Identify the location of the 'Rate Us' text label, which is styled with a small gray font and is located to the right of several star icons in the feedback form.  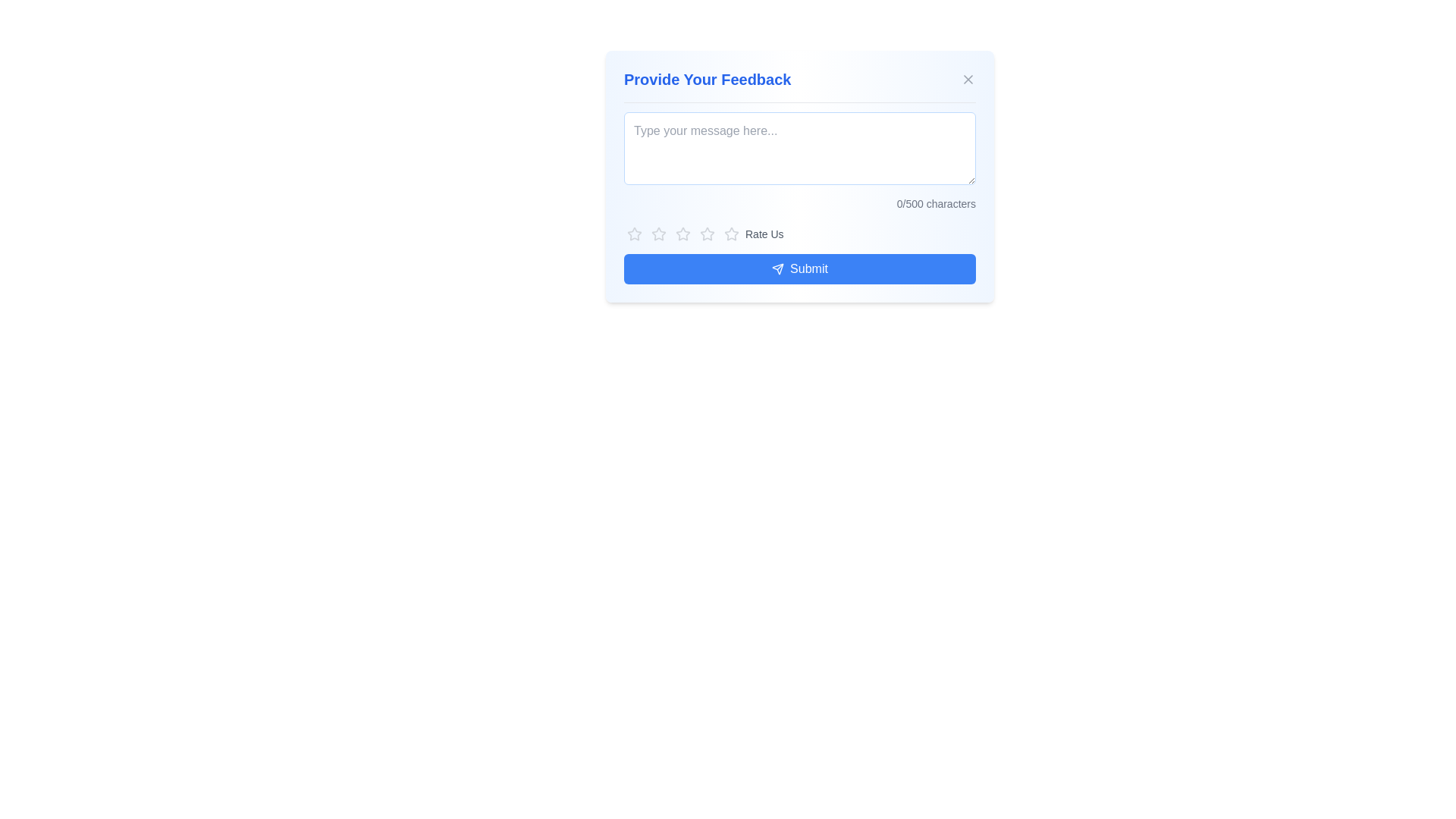
(764, 234).